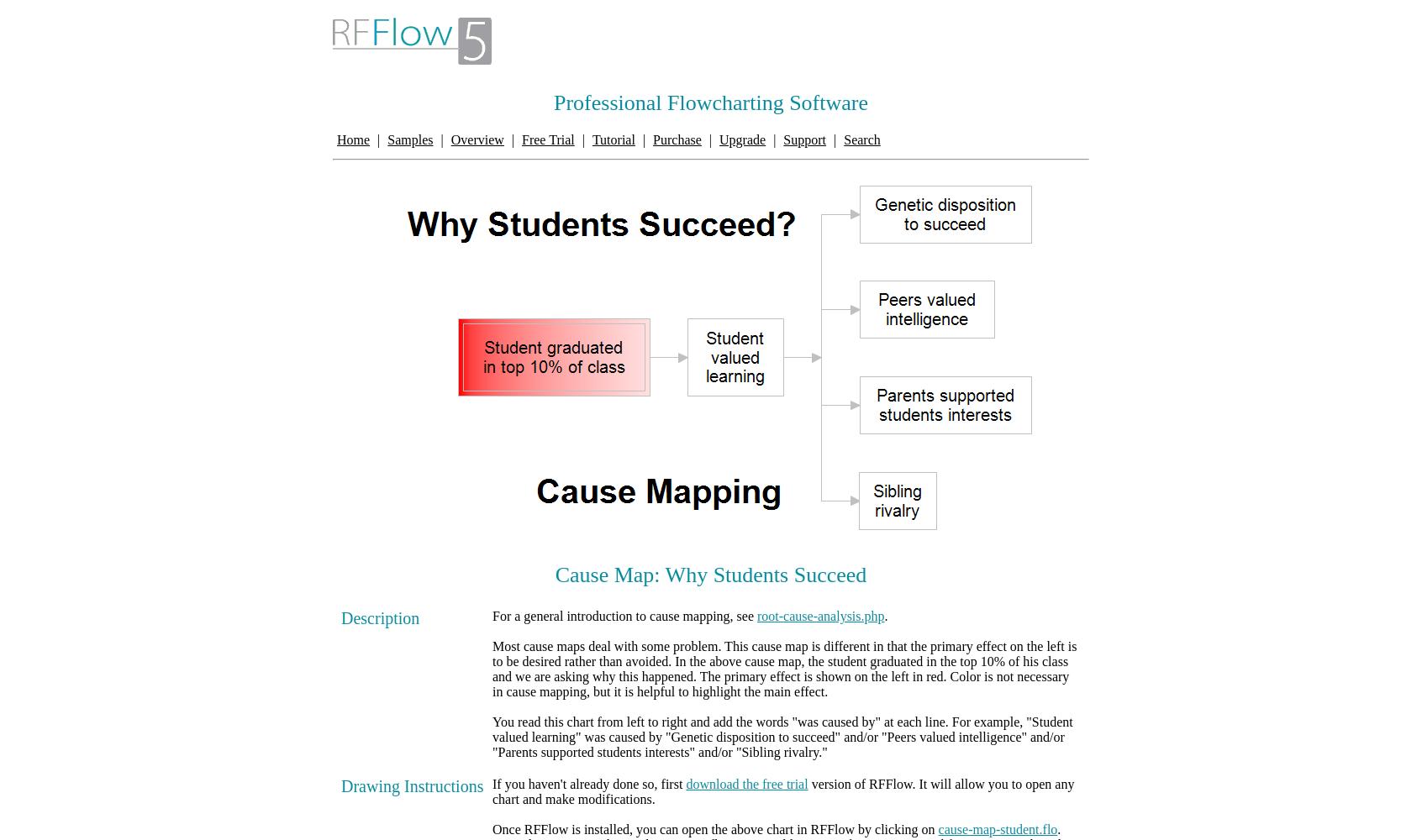 This screenshot has height=840, width=1422. What do you see at coordinates (861, 139) in the screenshot?
I see `'Search'` at bounding box center [861, 139].